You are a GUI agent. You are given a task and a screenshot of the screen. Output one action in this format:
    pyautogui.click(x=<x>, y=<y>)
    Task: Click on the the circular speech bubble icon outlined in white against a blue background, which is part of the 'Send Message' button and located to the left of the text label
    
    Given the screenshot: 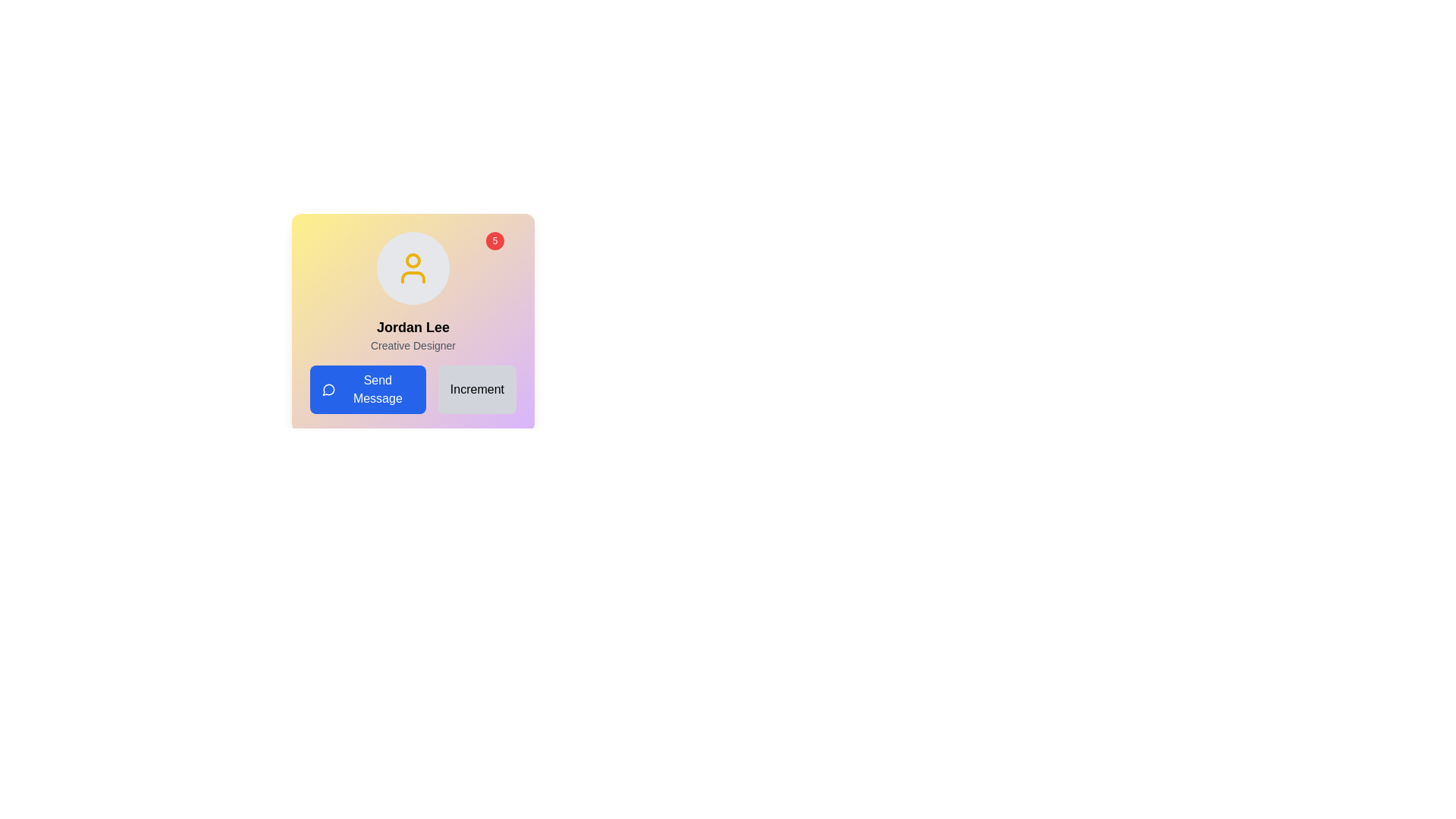 What is the action you would take?
    pyautogui.click(x=328, y=388)
    